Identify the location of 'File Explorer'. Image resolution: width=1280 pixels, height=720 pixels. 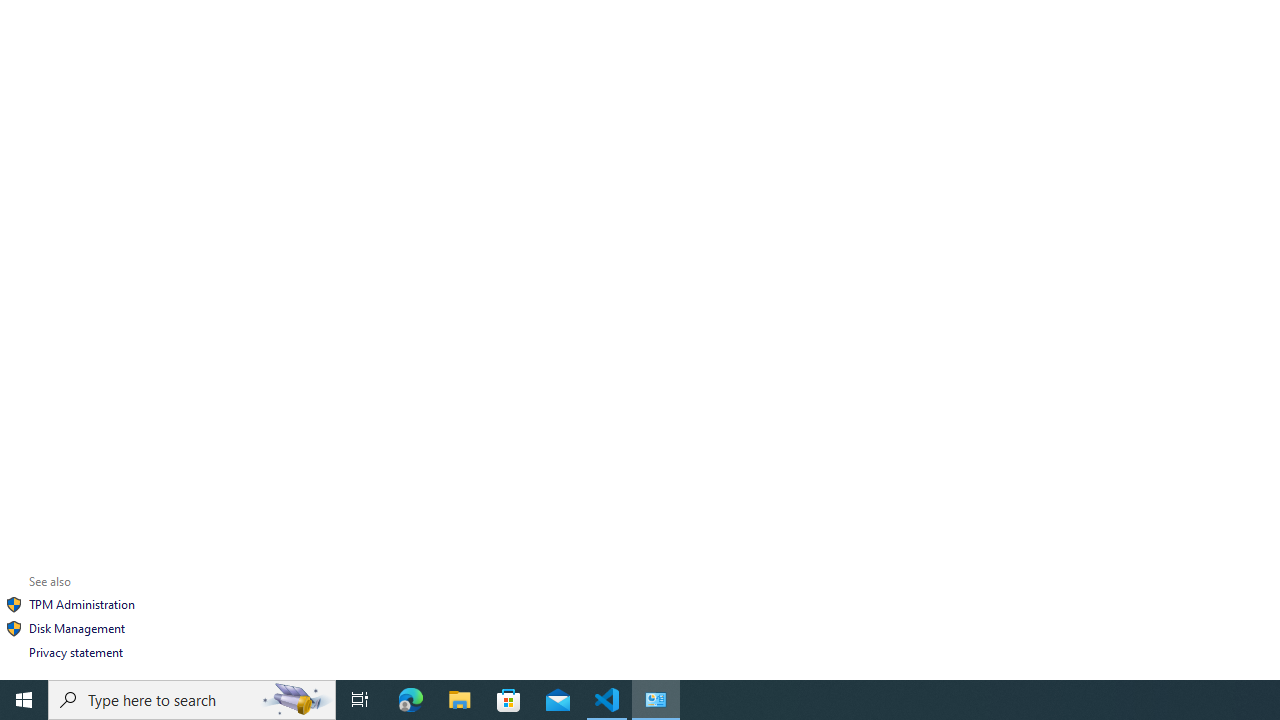
(459, 698).